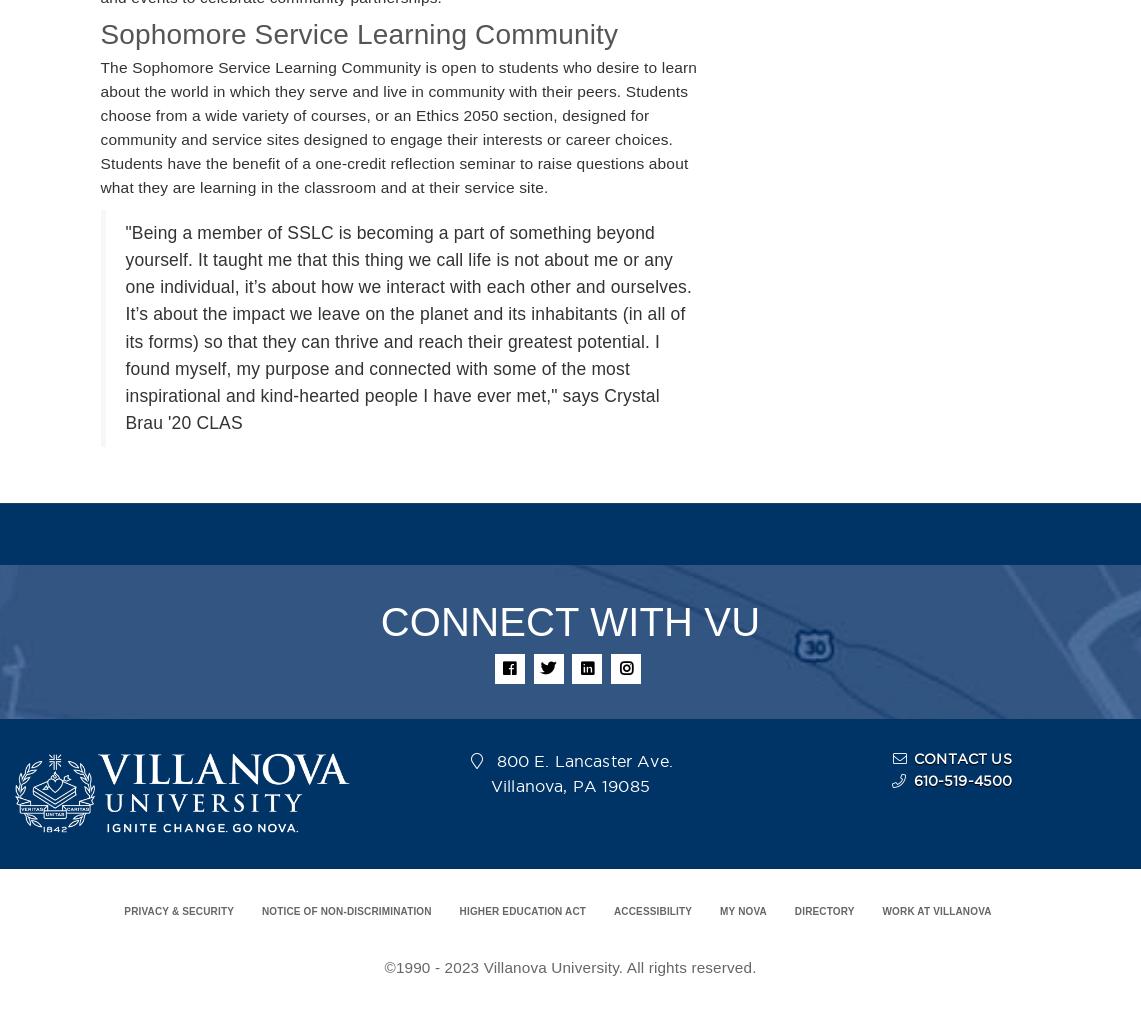  What do you see at coordinates (570, 621) in the screenshot?
I see `'CONNECT WITH VU'` at bounding box center [570, 621].